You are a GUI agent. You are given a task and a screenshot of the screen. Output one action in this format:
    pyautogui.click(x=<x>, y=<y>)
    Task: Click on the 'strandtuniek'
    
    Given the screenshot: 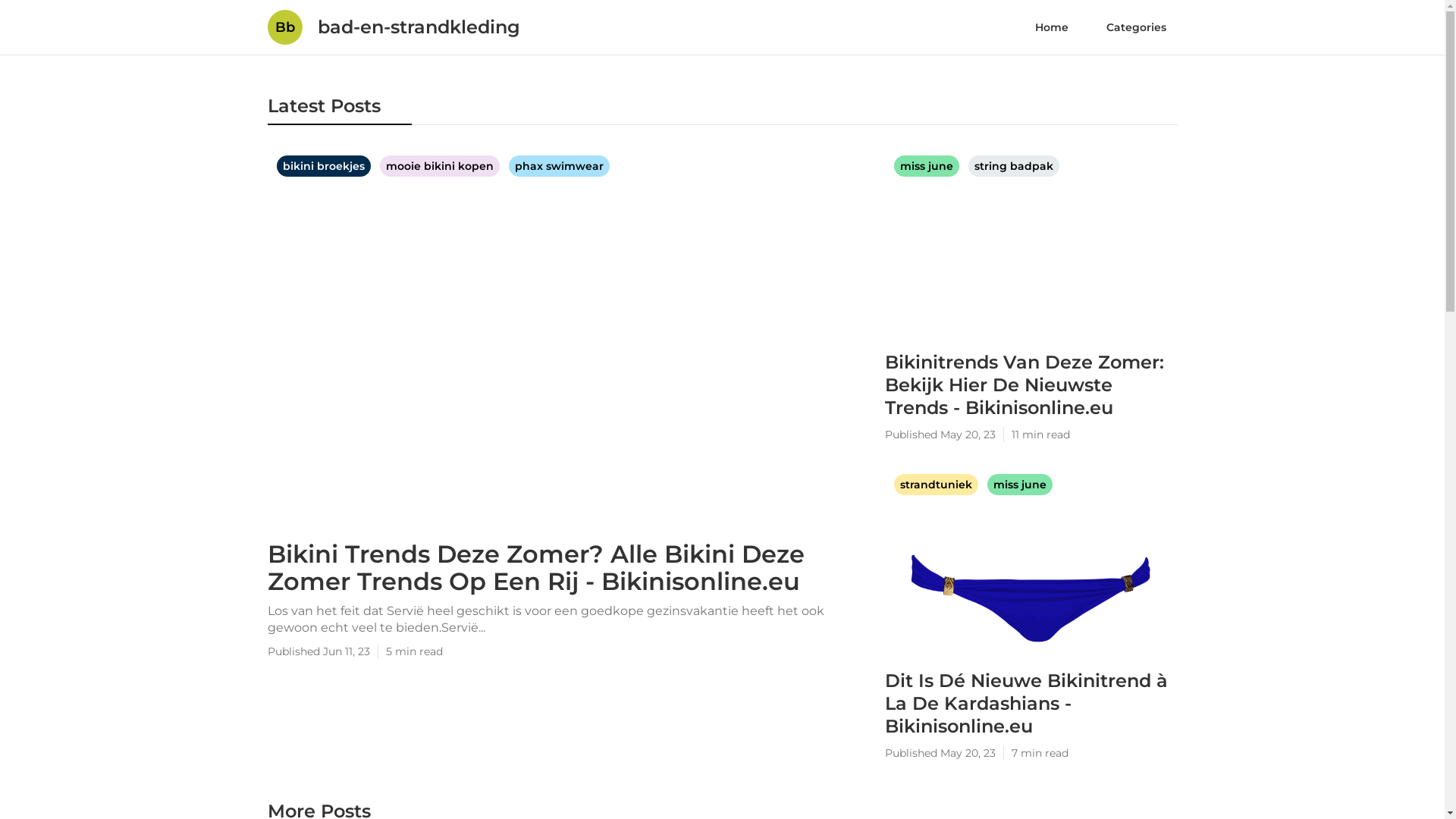 What is the action you would take?
    pyautogui.click(x=893, y=485)
    